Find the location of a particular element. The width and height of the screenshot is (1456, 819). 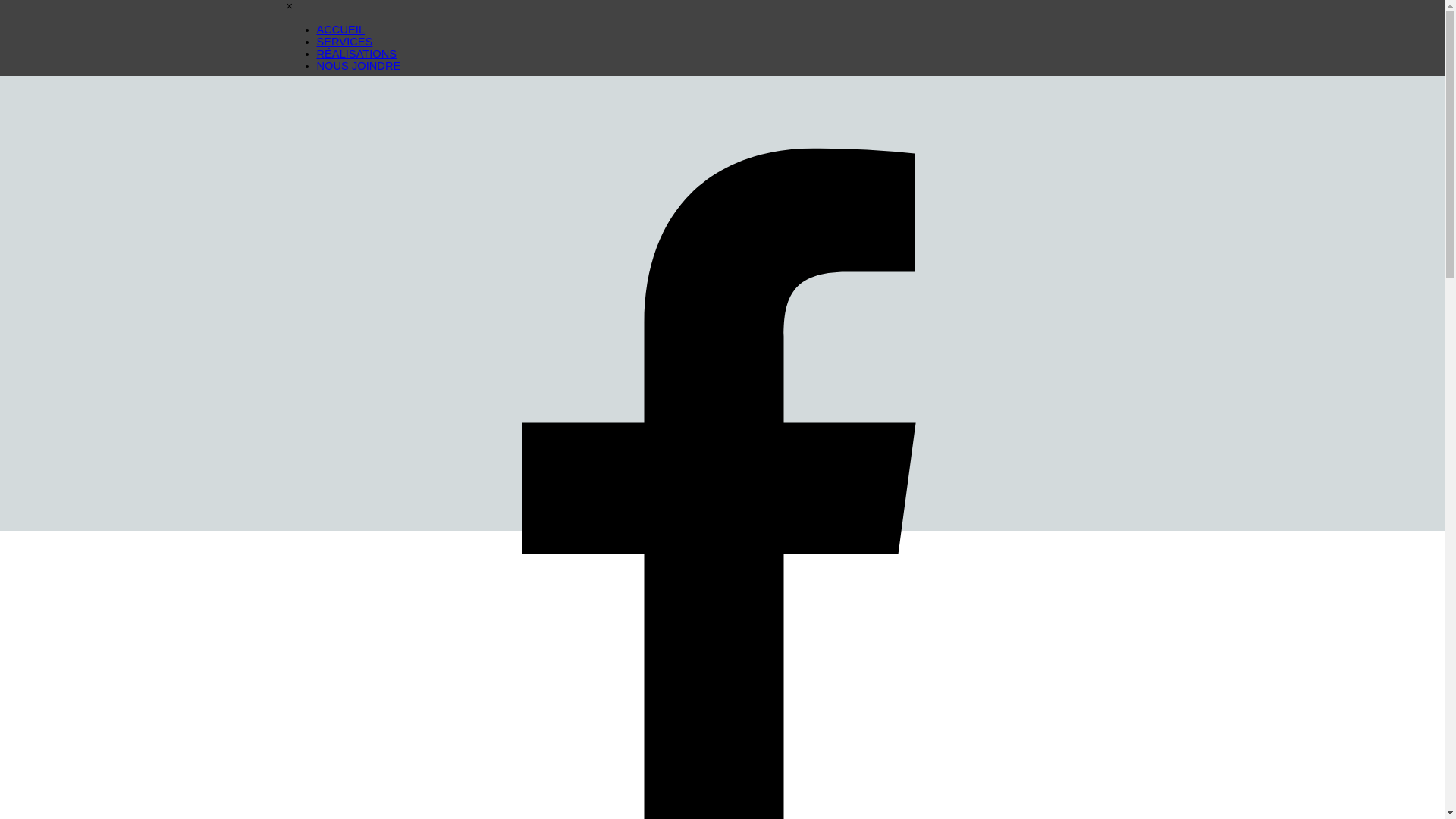

'NOUS JOINDRE' is located at coordinates (358, 65).